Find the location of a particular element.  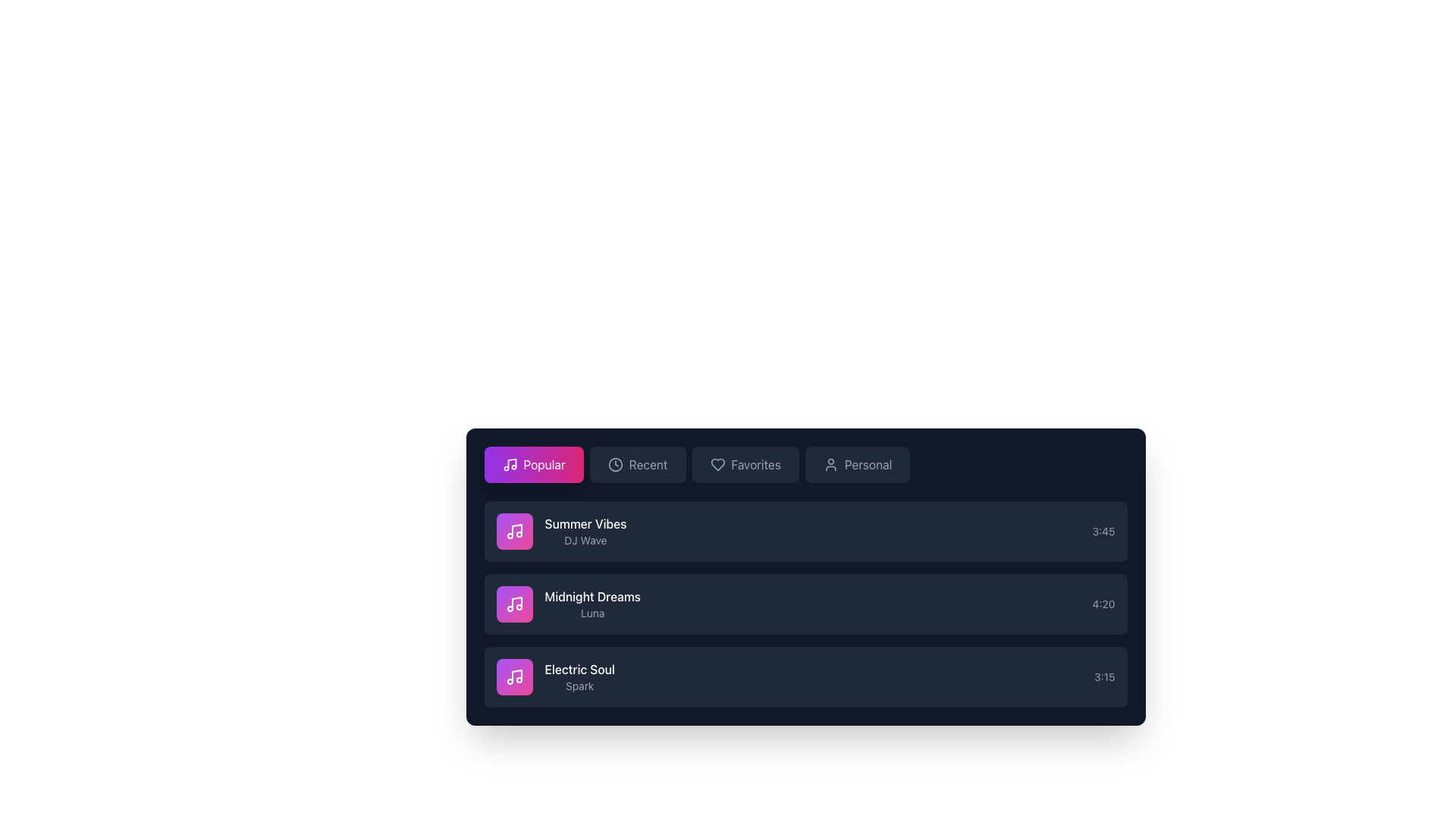

the square icon with a rounded design and a gradient background transitioning from purple to pink, featuring a white musical note graphic, located in the 'Popular' tab, next to 'Summer Vibes' is located at coordinates (514, 531).